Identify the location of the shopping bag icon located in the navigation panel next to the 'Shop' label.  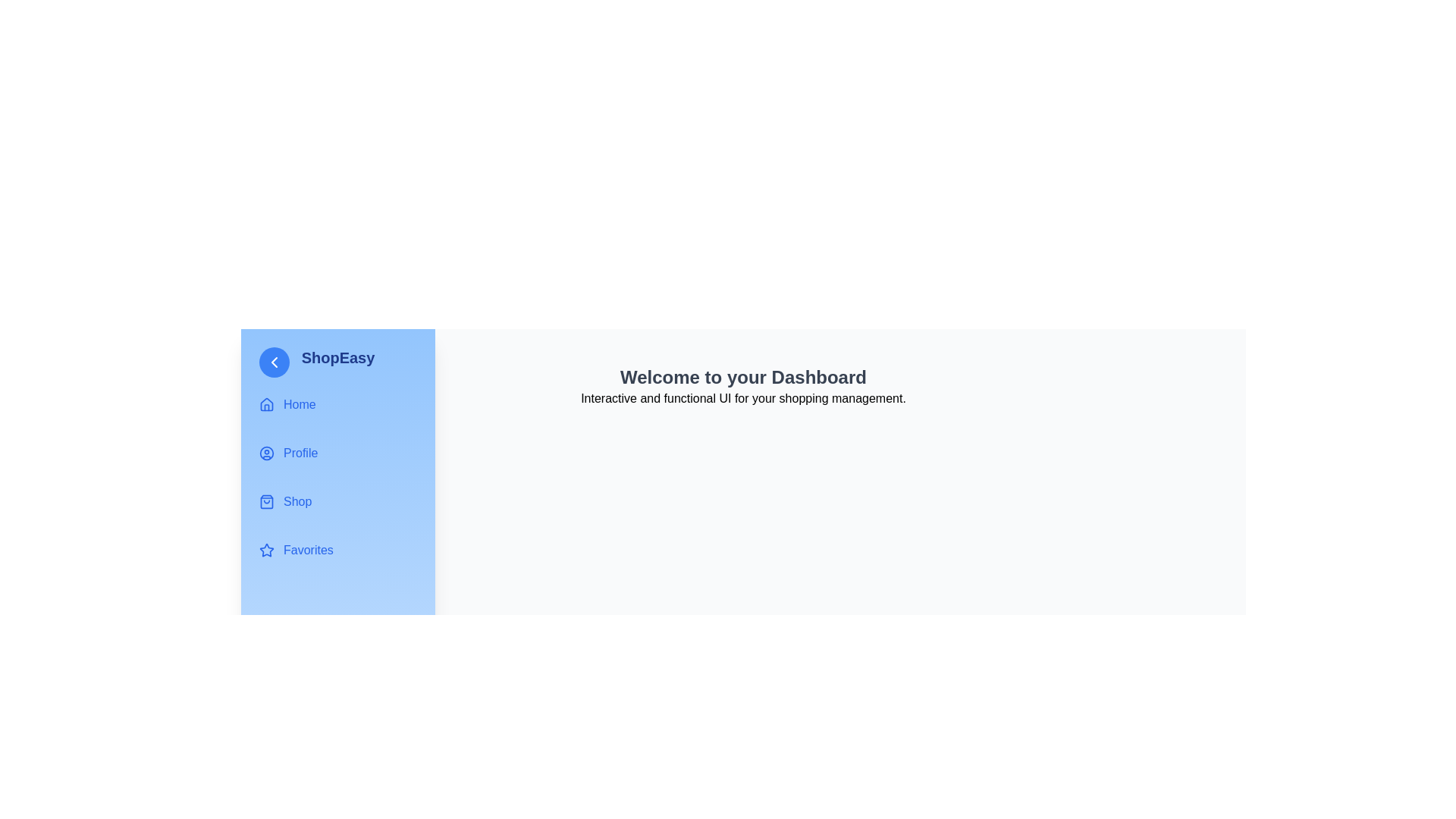
(266, 502).